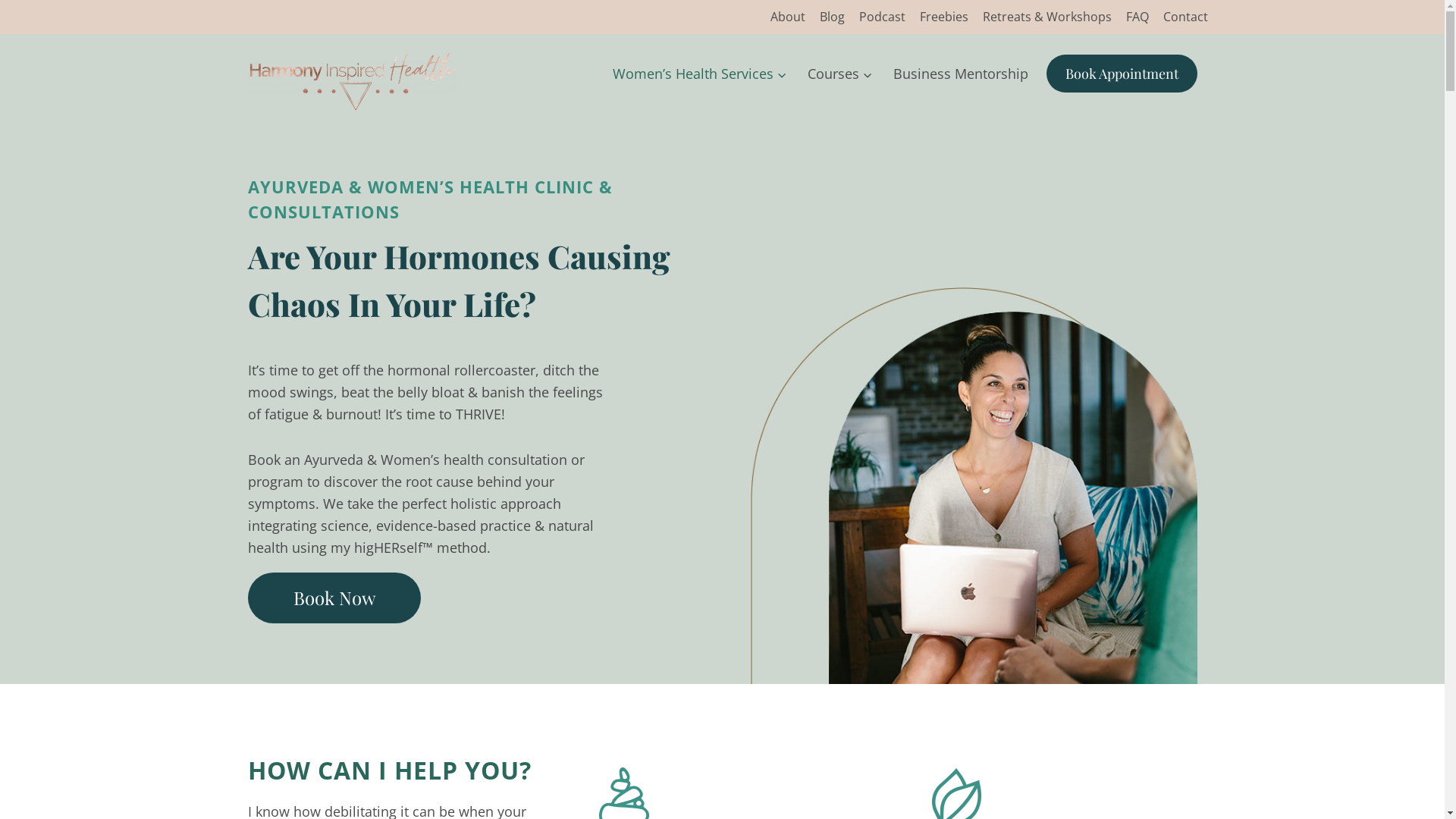 This screenshot has height=819, width=1456. I want to click on 'FAQ', so click(1118, 17).